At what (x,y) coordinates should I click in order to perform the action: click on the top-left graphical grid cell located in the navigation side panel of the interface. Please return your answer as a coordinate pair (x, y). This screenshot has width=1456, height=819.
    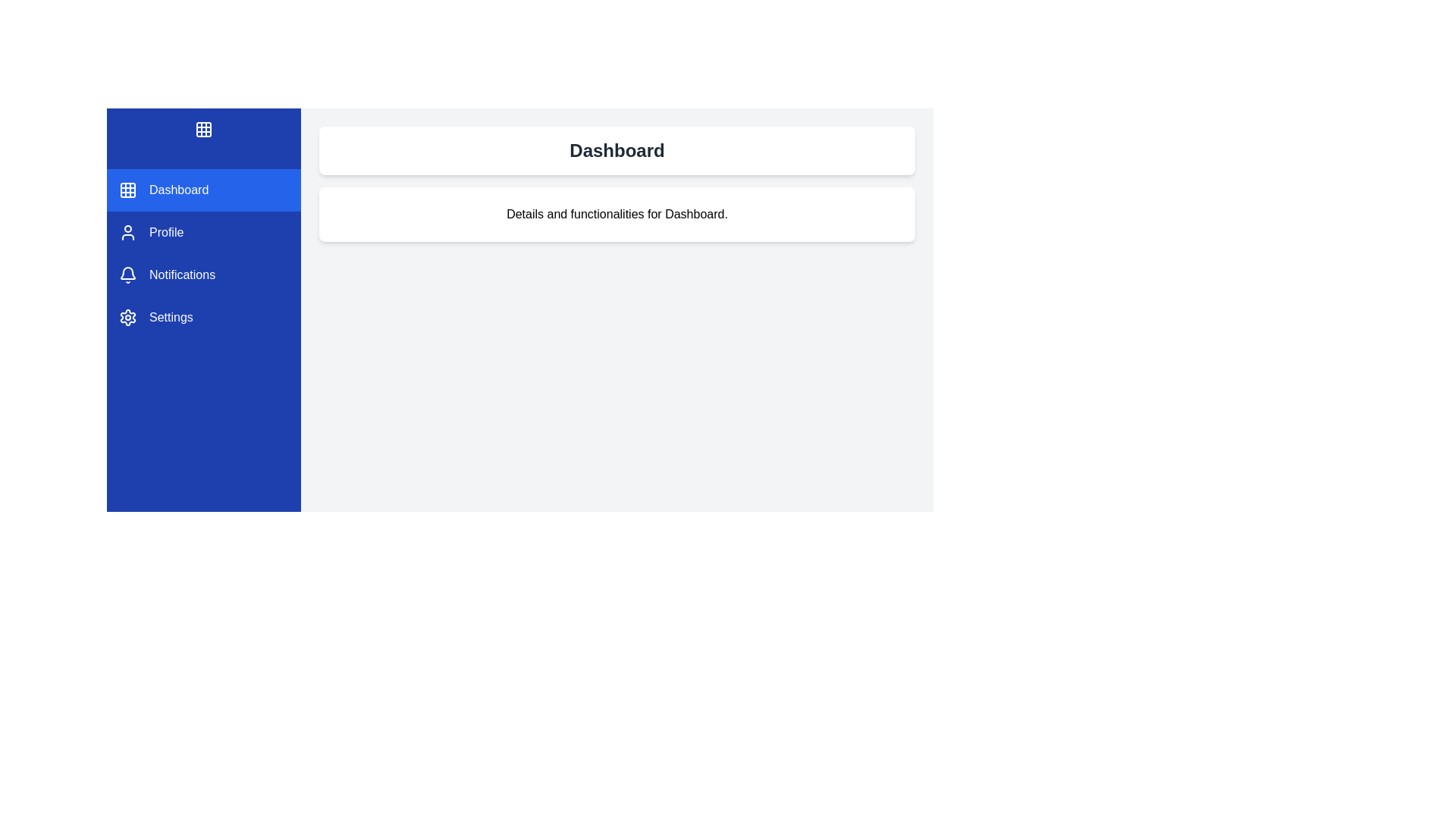
    Looking at the image, I should click on (127, 189).